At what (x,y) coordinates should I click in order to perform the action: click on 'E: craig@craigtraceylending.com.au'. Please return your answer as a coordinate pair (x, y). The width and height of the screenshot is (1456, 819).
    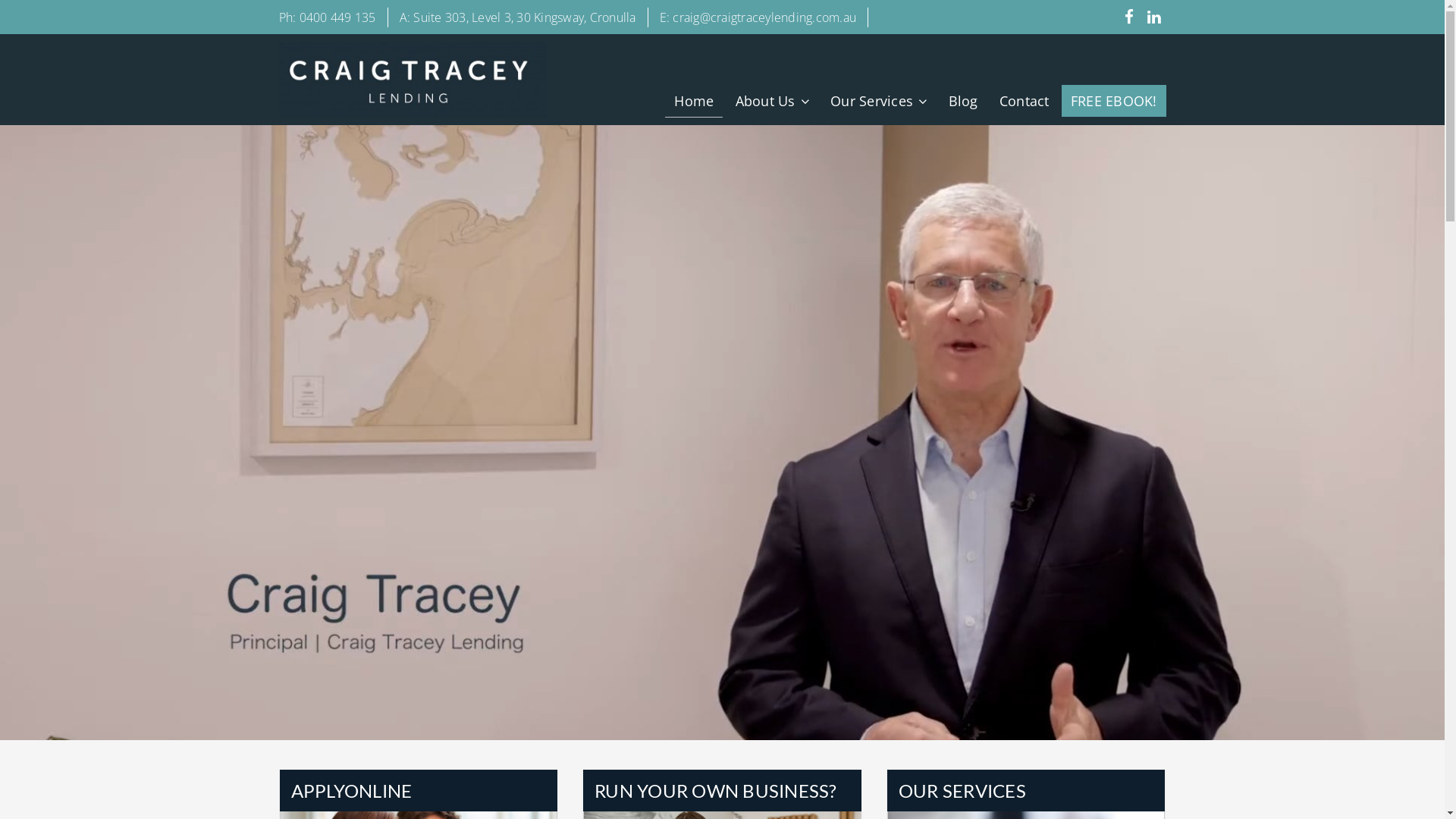
    Looking at the image, I should click on (758, 17).